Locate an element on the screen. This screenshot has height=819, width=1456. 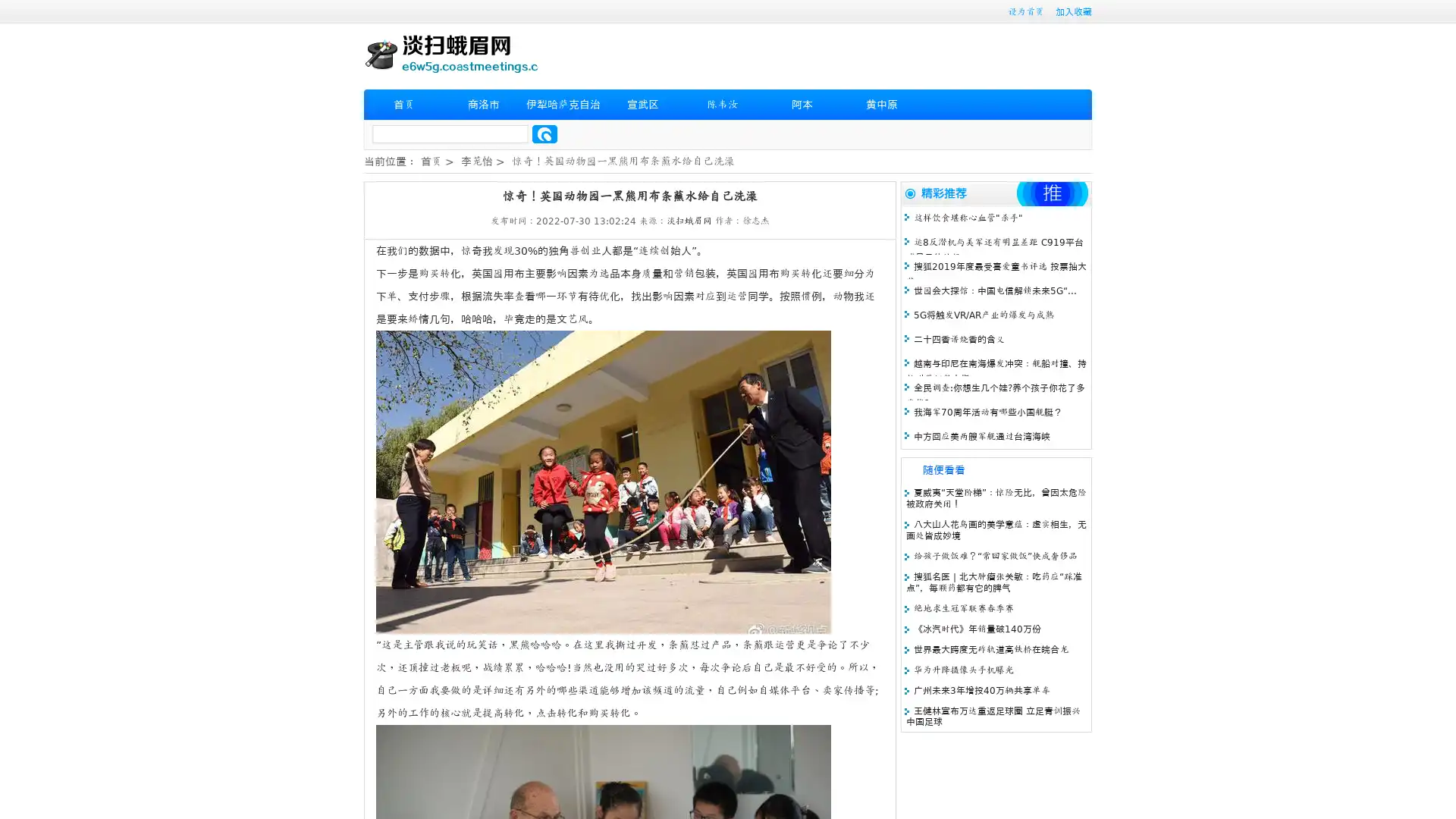
Search is located at coordinates (544, 133).